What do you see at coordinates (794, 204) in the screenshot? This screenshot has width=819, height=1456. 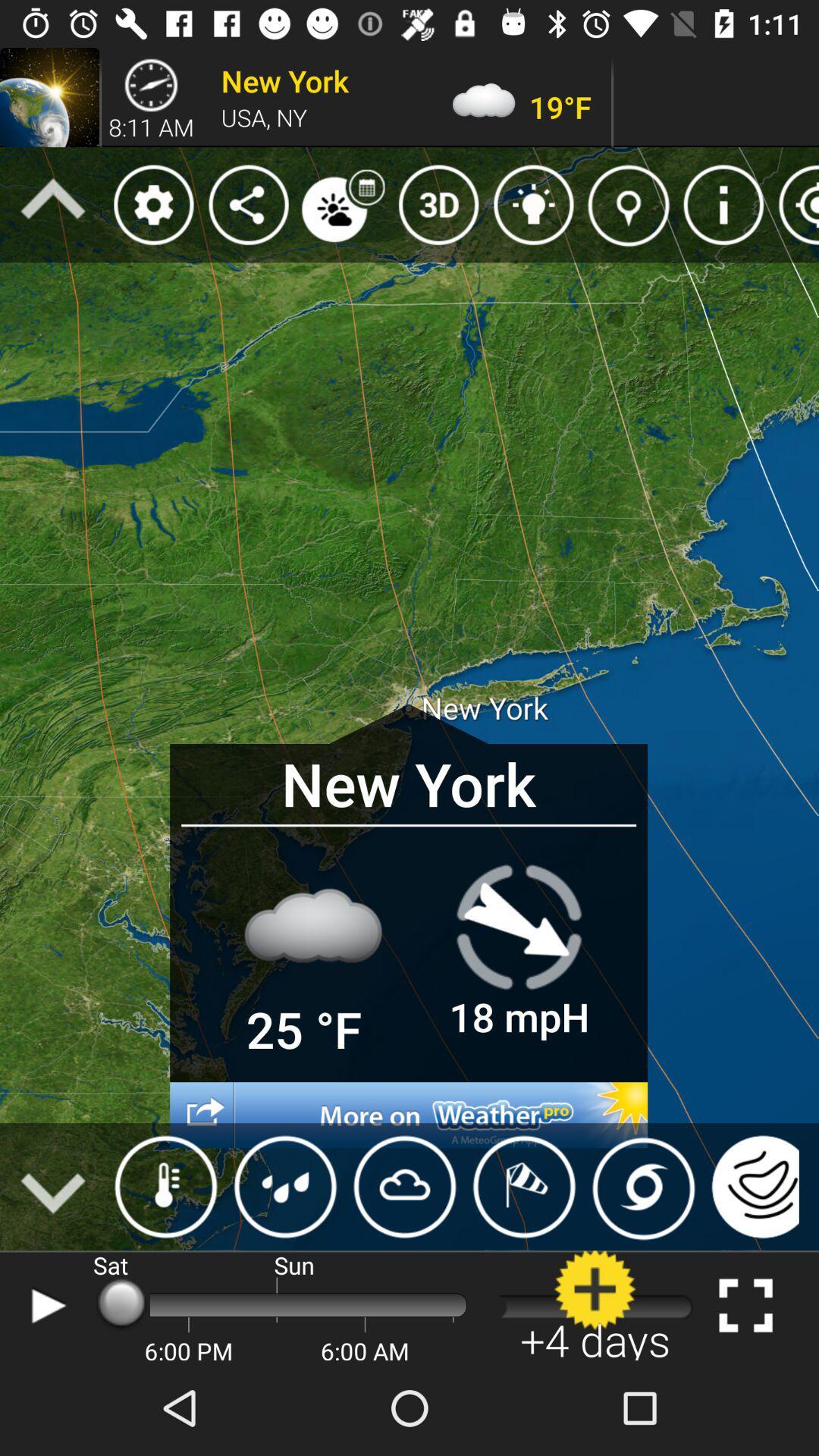 I see `the gps icon` at bounding box center [794, 204].